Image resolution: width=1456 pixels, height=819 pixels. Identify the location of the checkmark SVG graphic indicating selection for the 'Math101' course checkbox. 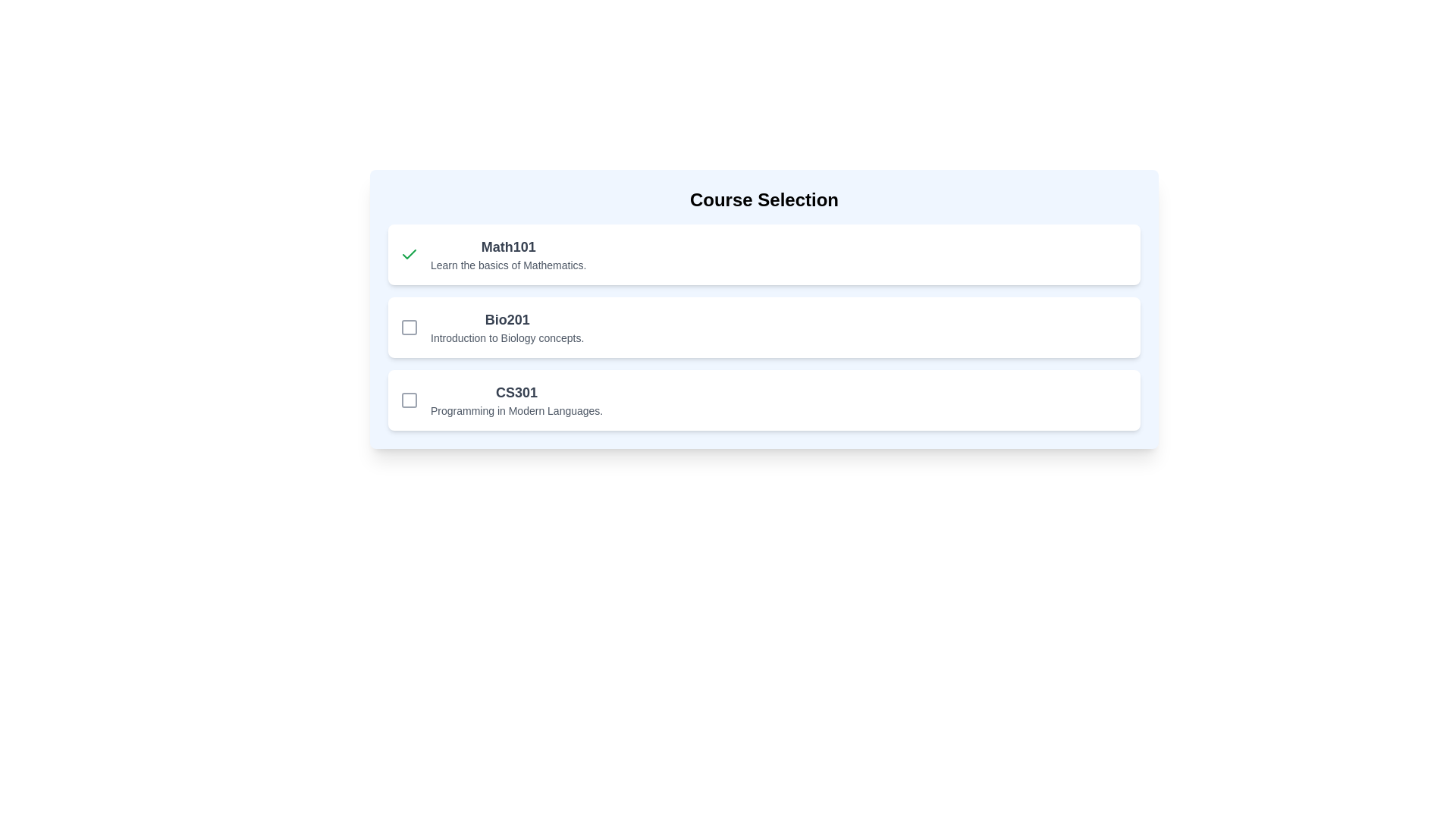
(409, 253).